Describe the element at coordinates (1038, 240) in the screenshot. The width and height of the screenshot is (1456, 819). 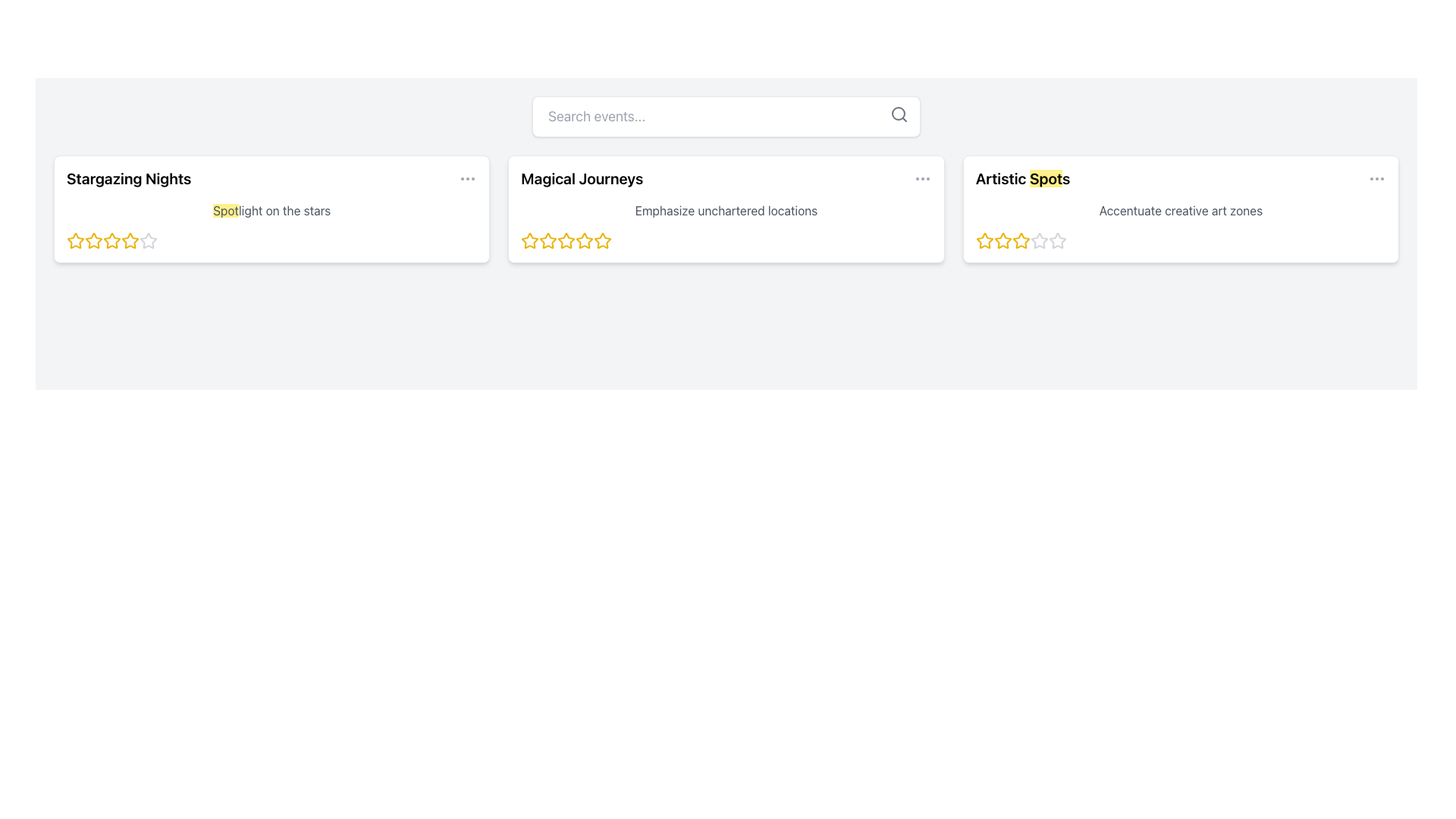
I see `the fourth star in the rating section under 'Artistic Spots'` at that location.